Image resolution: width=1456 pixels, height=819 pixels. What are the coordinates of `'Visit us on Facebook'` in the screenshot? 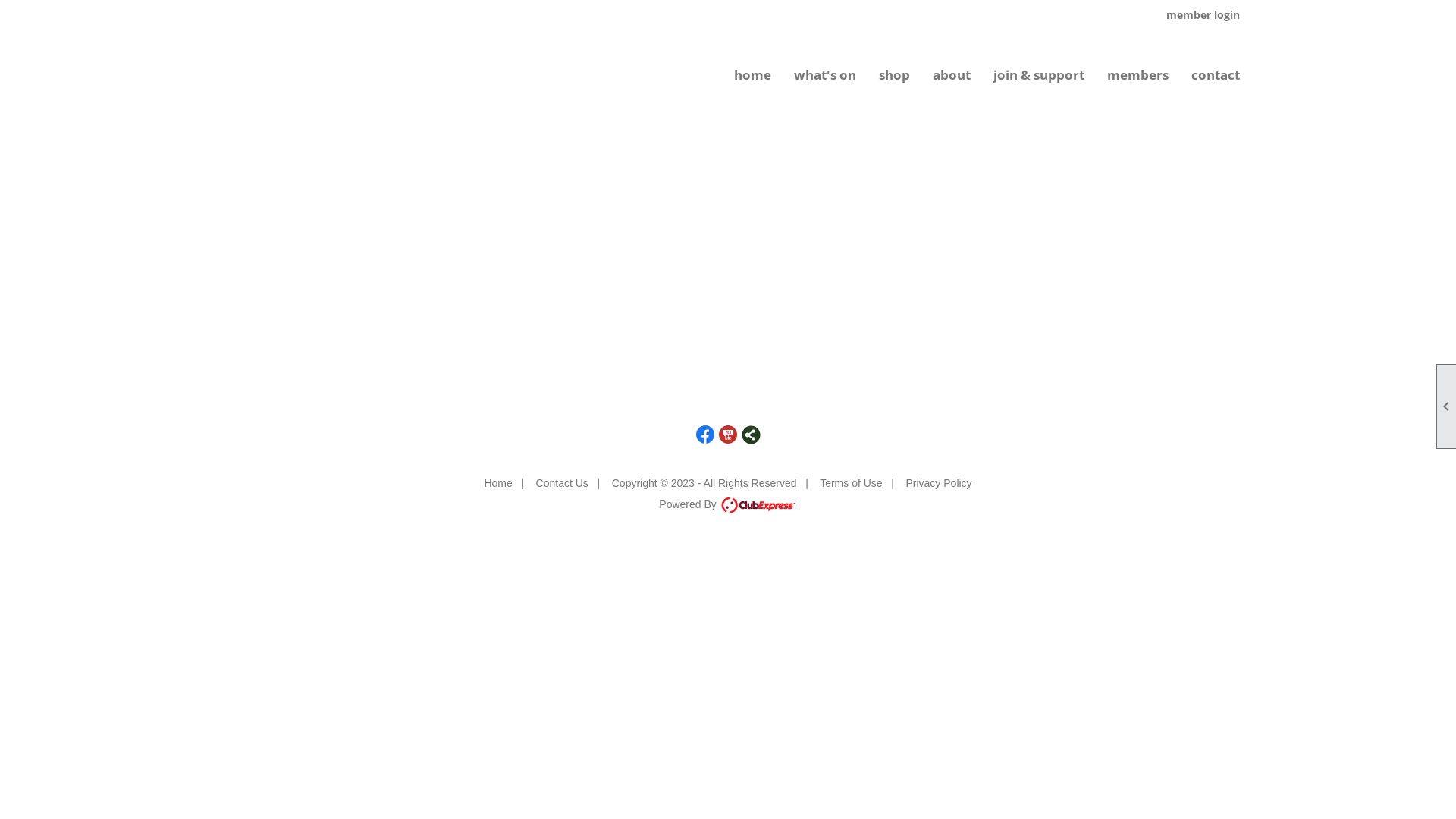 It's located at (704, 435).